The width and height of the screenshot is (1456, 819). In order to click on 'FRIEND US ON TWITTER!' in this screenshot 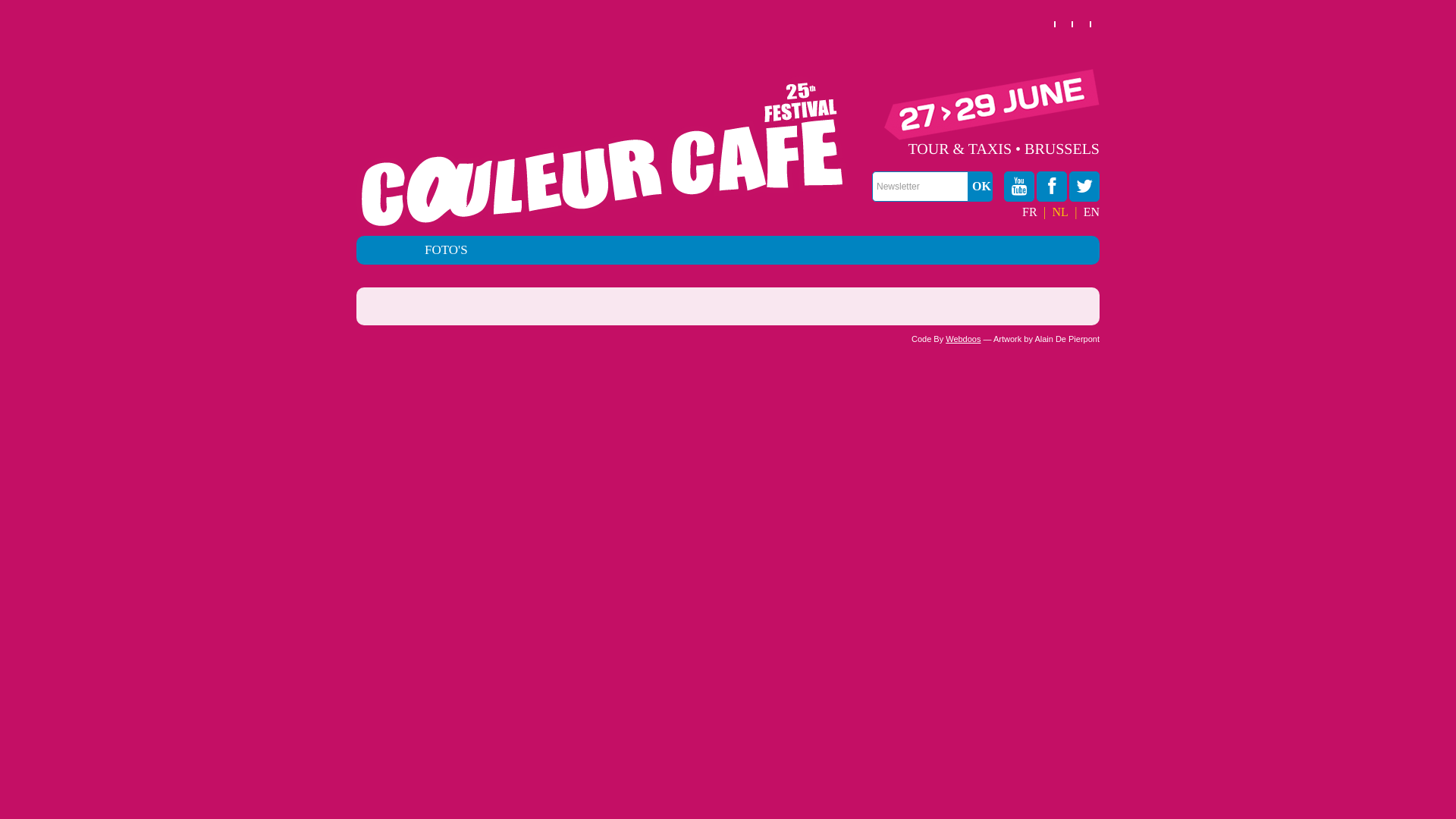, I will do `click(1084, 186)`.